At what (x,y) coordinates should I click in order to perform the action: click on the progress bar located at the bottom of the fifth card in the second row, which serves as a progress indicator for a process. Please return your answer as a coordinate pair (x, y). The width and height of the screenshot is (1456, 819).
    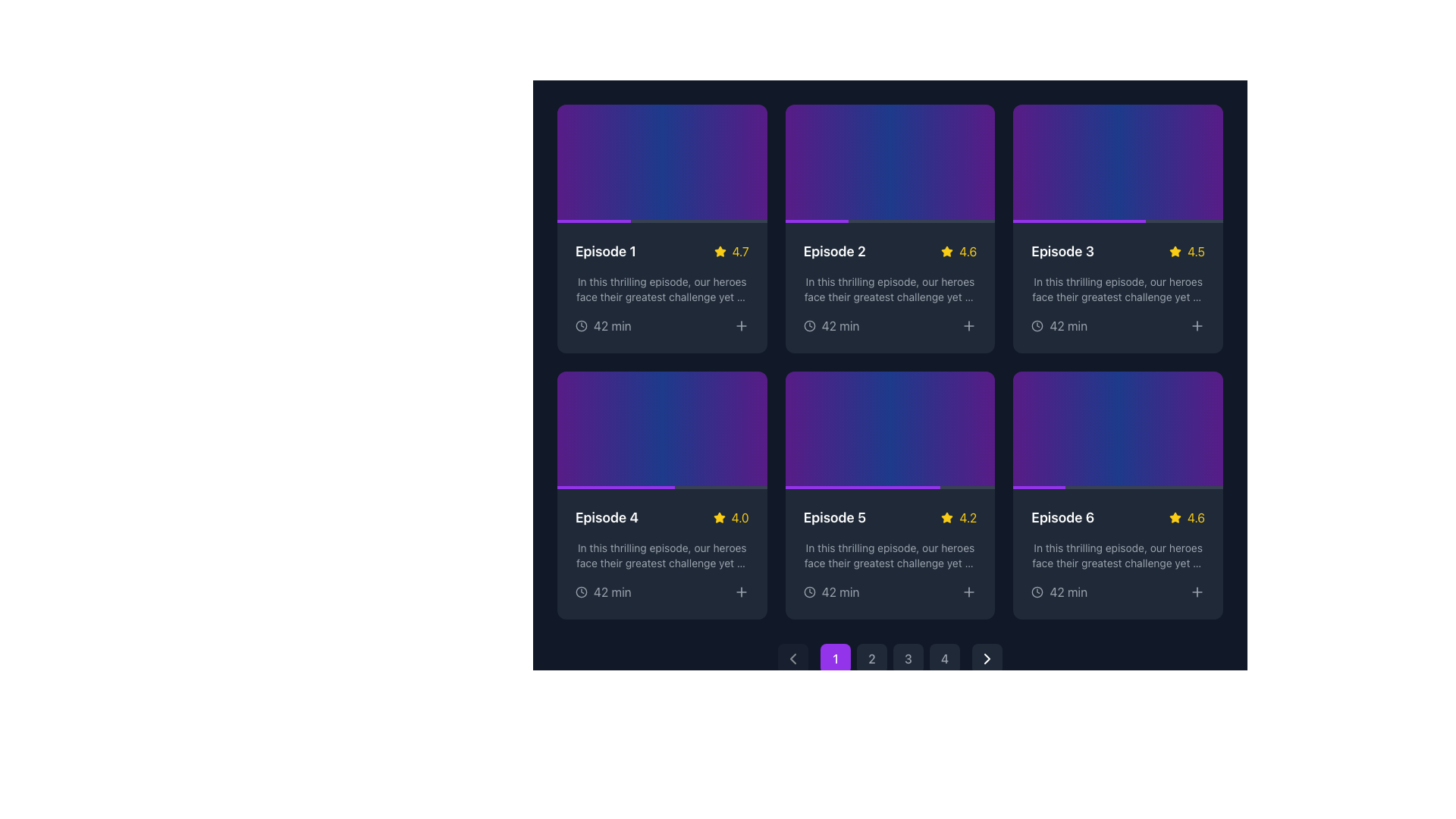
    Looking at the image, I should click on (890, 488).